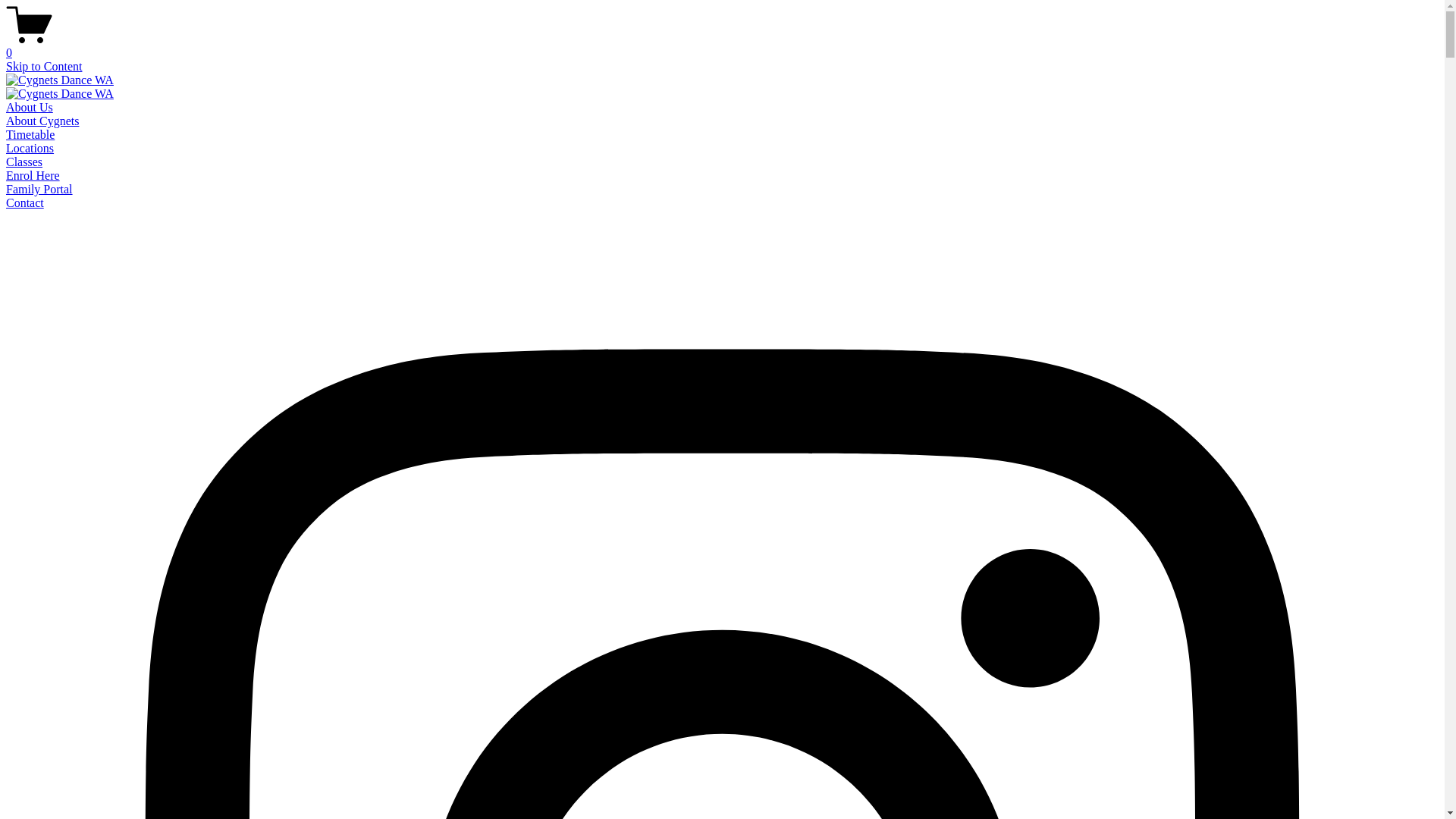  Describe the element at coordinates (42, 120) in the screenshot. I see `'About Cygnets'` at that location.